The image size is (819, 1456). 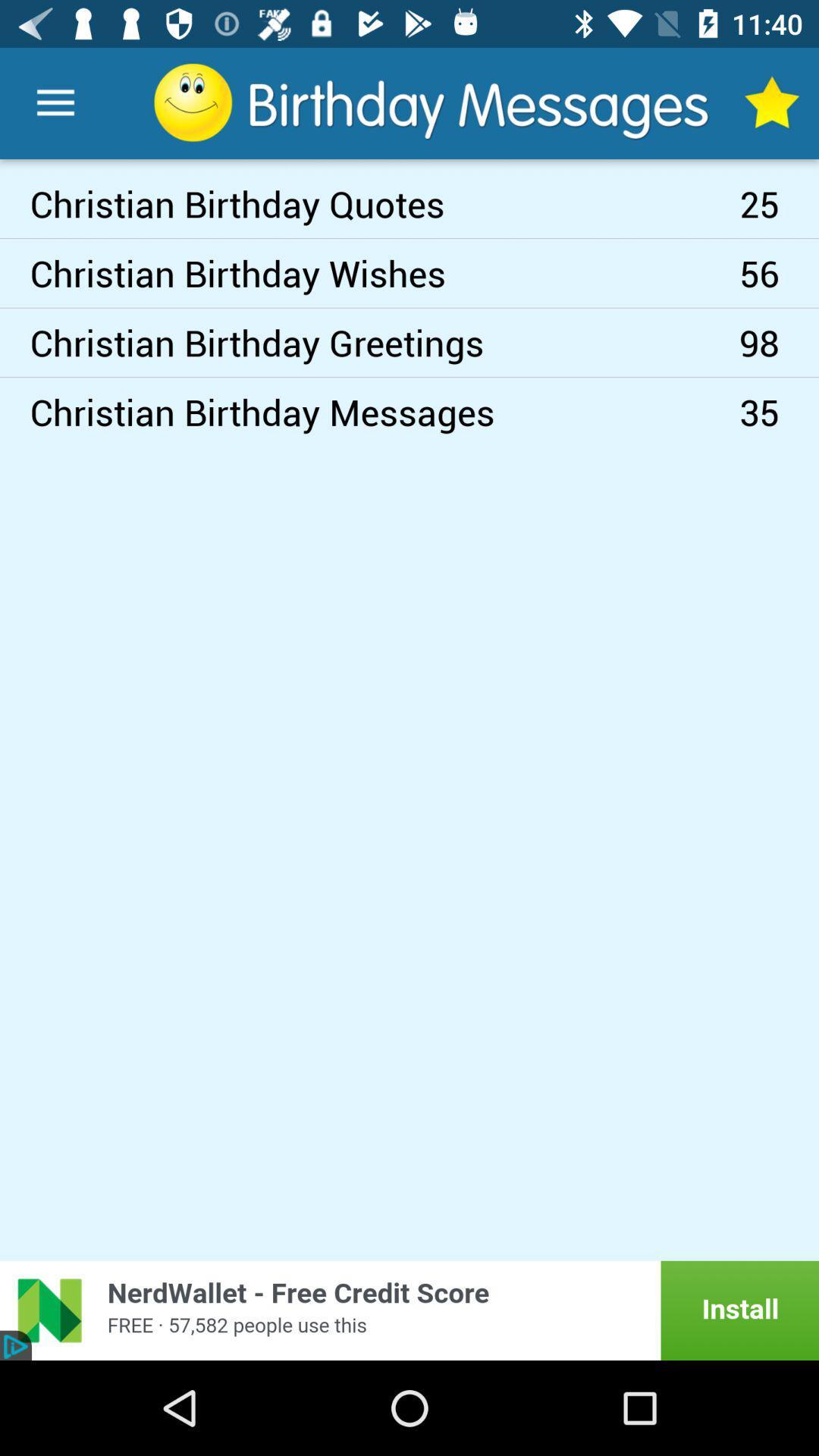 I want to click on icon below christian birthday messages icon, so click(x=409, y=1310).